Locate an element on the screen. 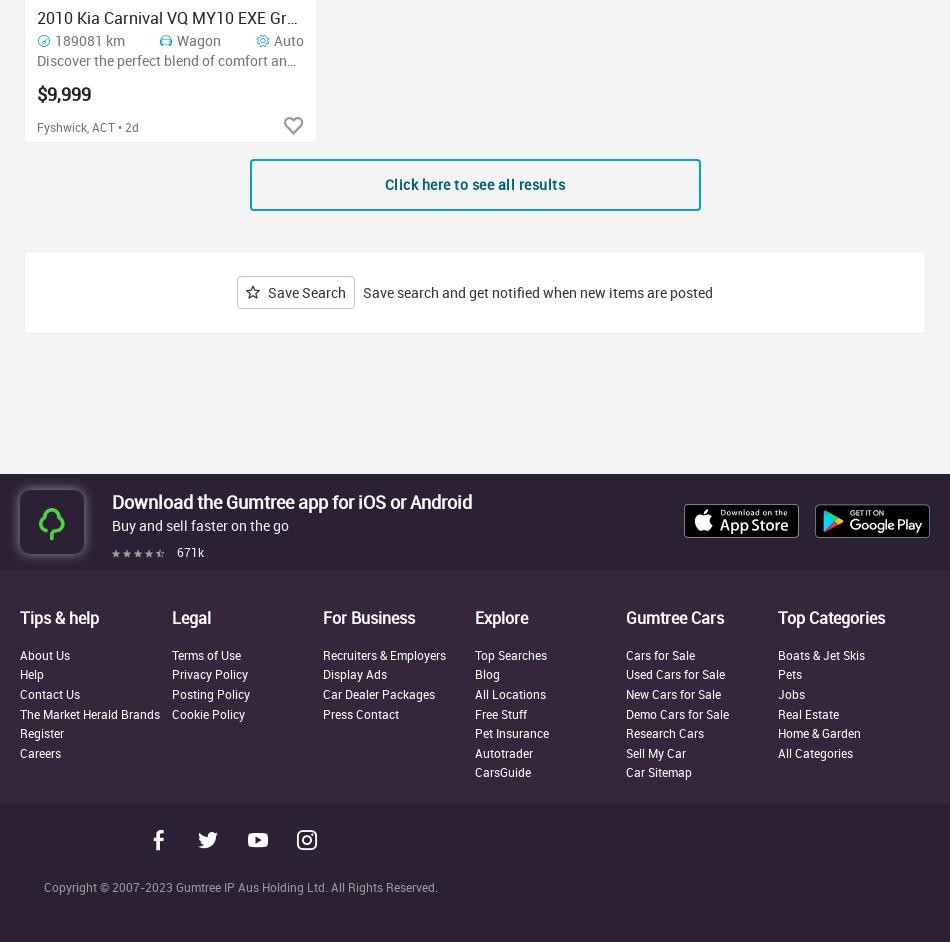 This screenshot has height=942, width=950. 'Posting Policy' is located at coordinates (210, 693).